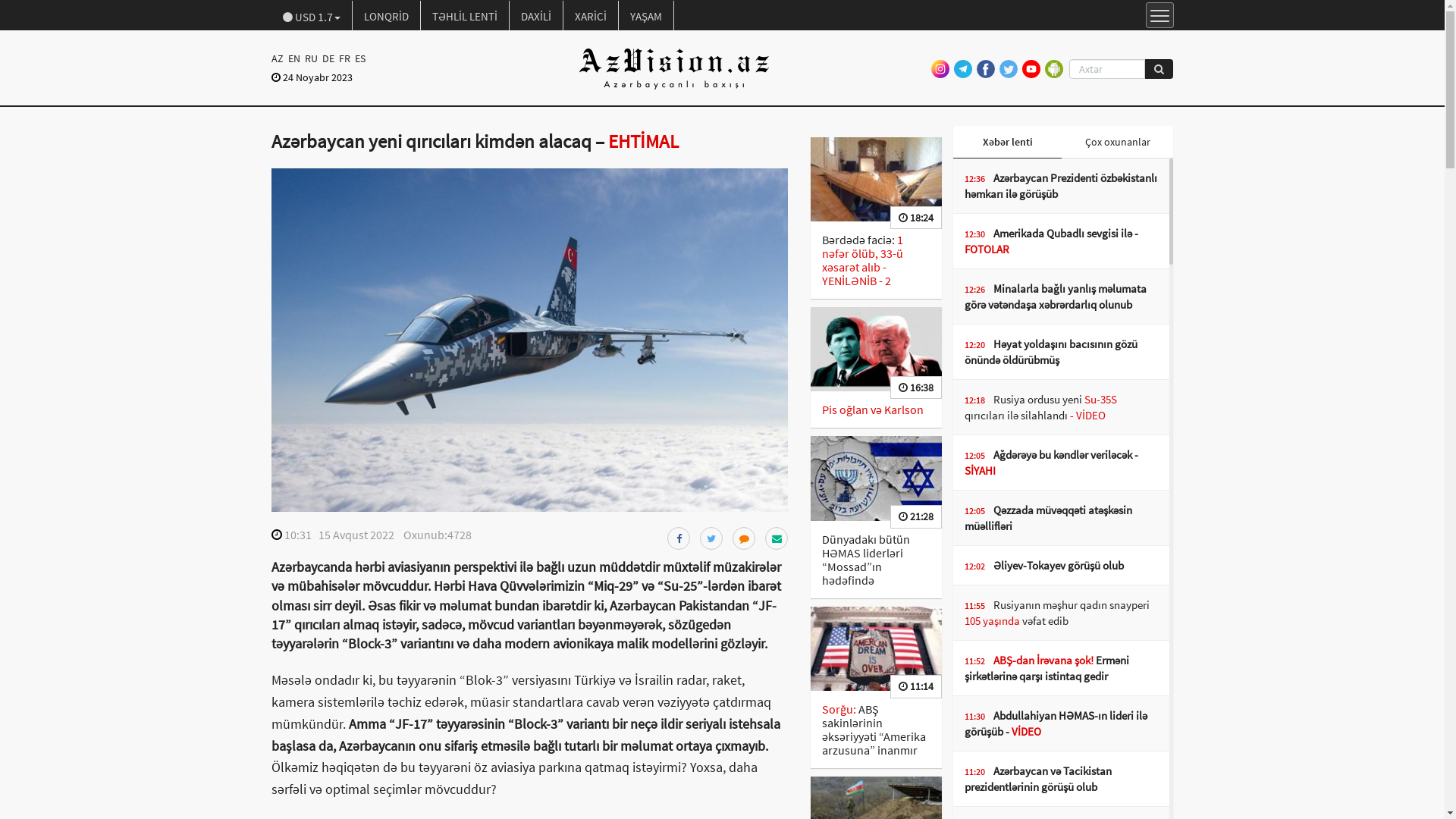 This screenshot has width=1456, height=819. Describe the element at coordinates (311, 15) in the screenshot. I see `'USD 1.7'` at that location.